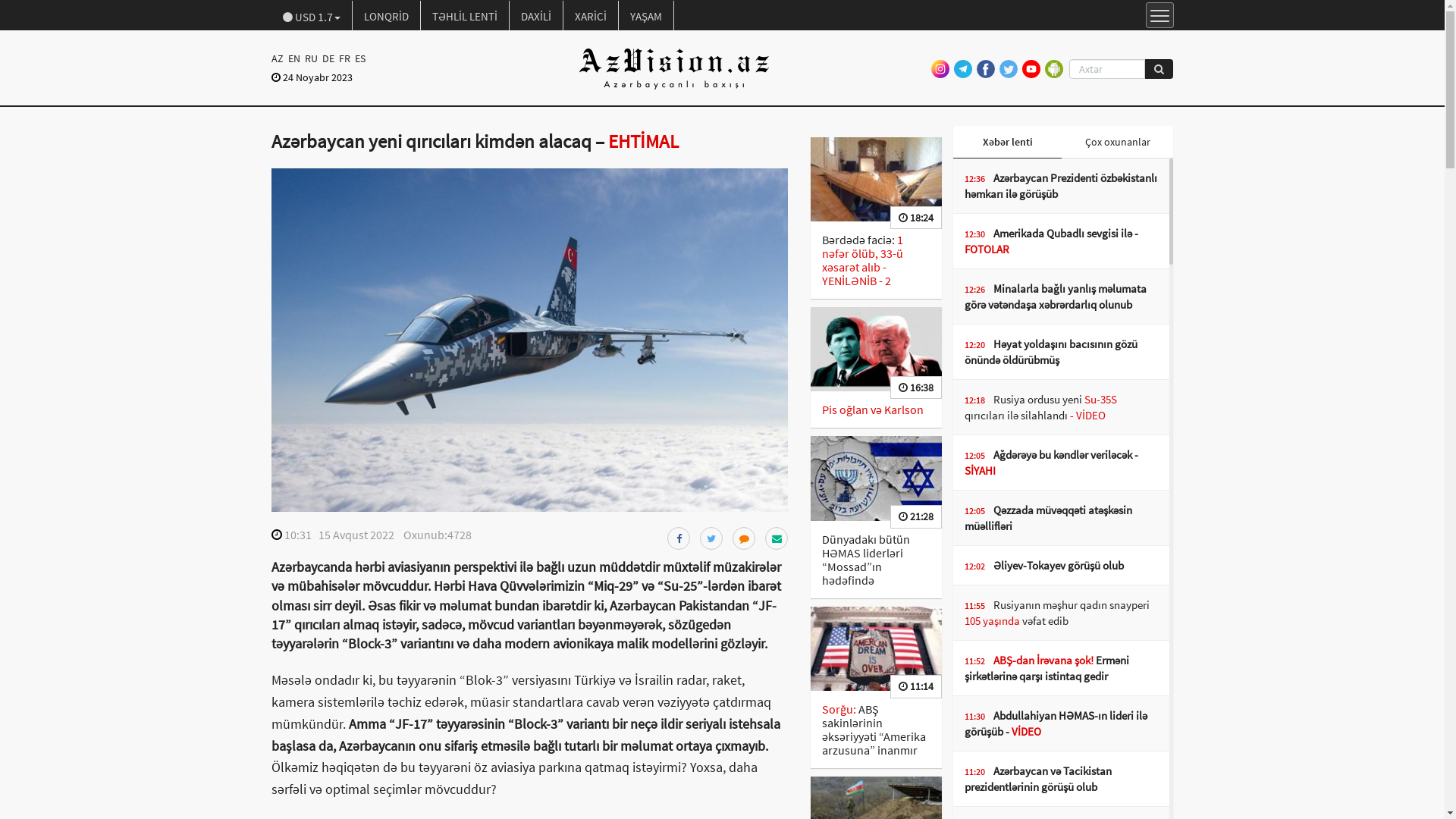 This screenshot has width=1456, height=819. Describe the element at coordinates (311, 15) in the screenshot. I see `'USD 1.7'` at that location.